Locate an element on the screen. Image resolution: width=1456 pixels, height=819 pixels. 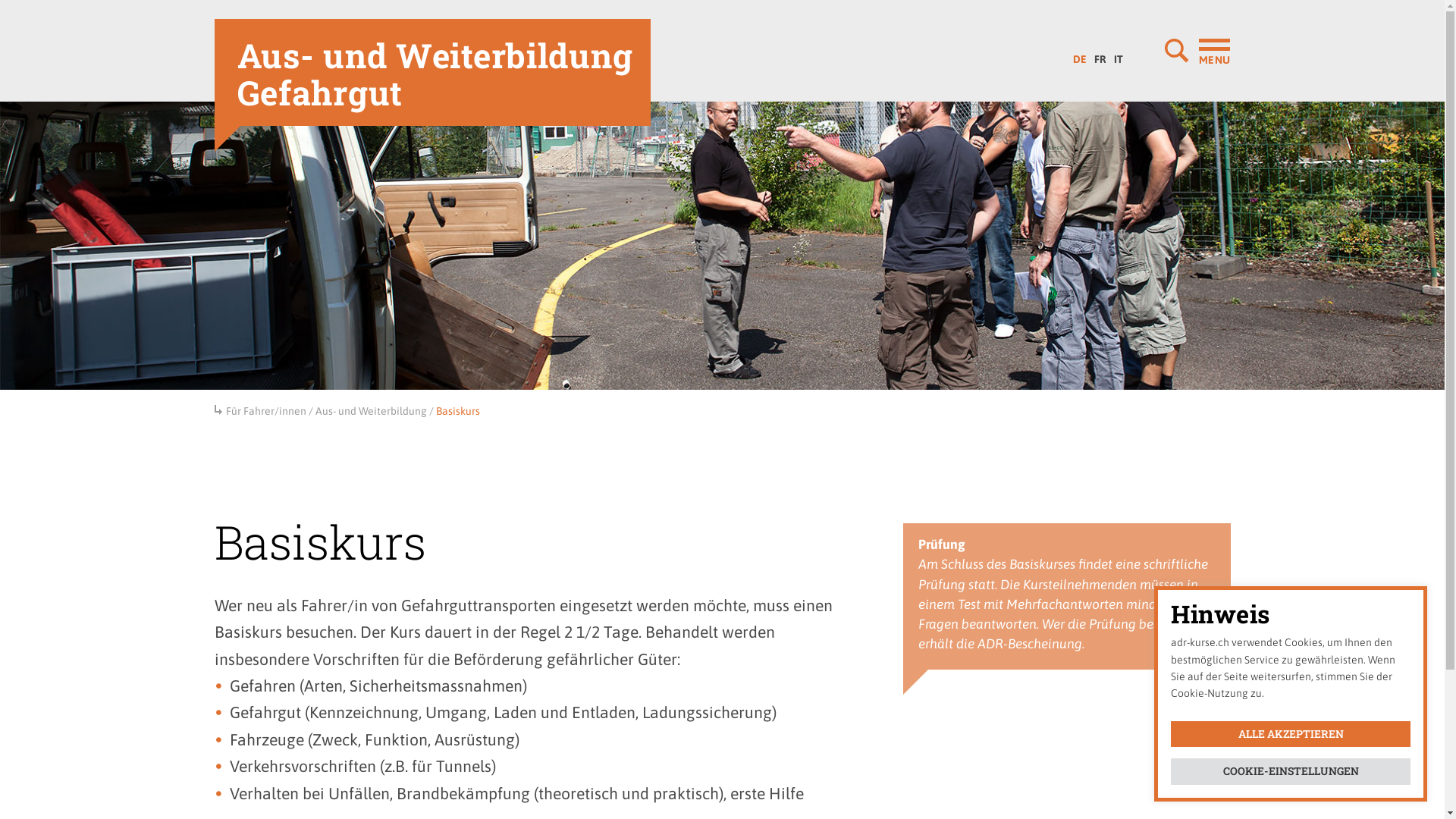
'FR' is located at coordinates (1100, 55).